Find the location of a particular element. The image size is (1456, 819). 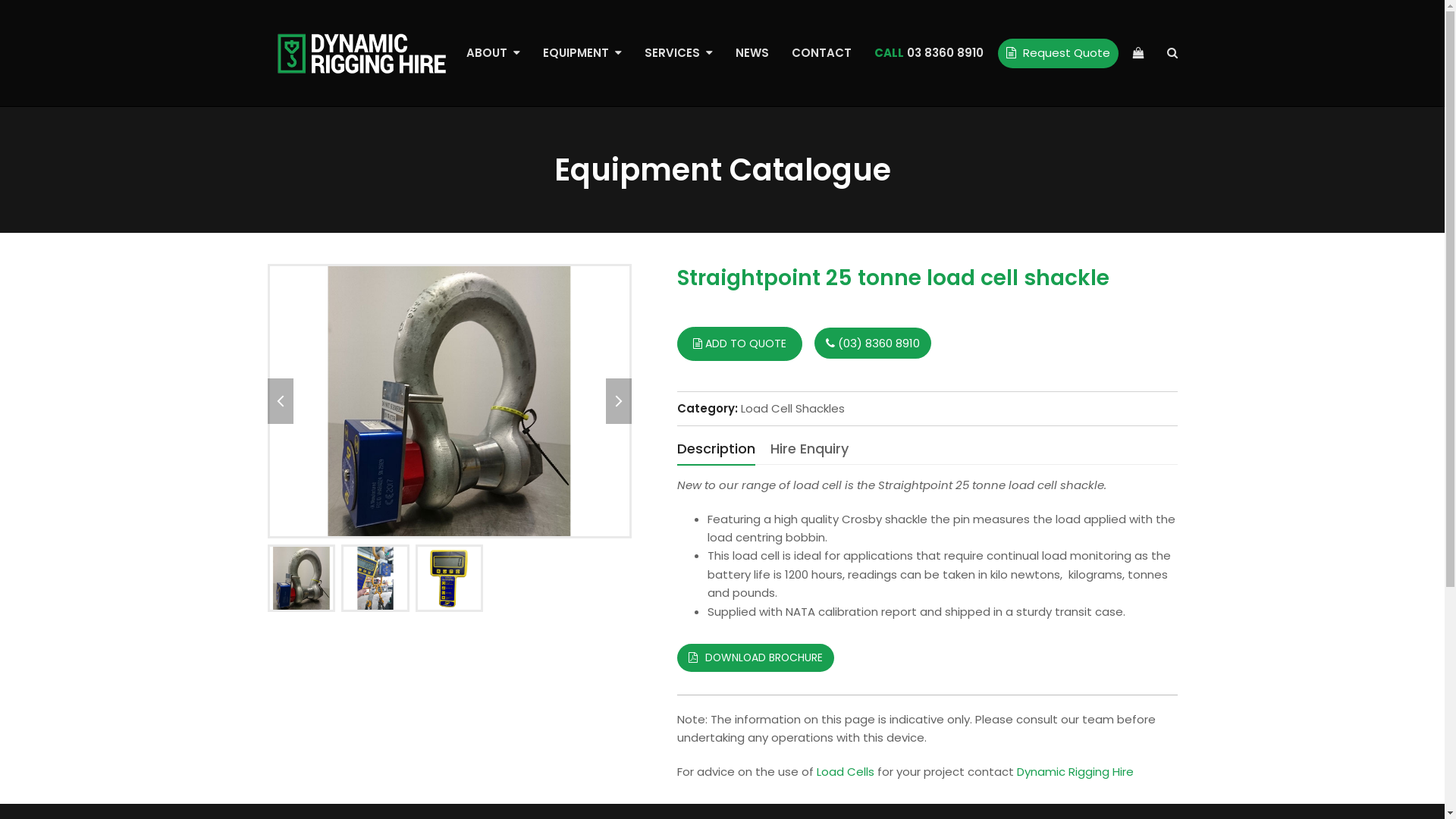

'CALL 03 8360 8910' is located at coordinates (927, 52).